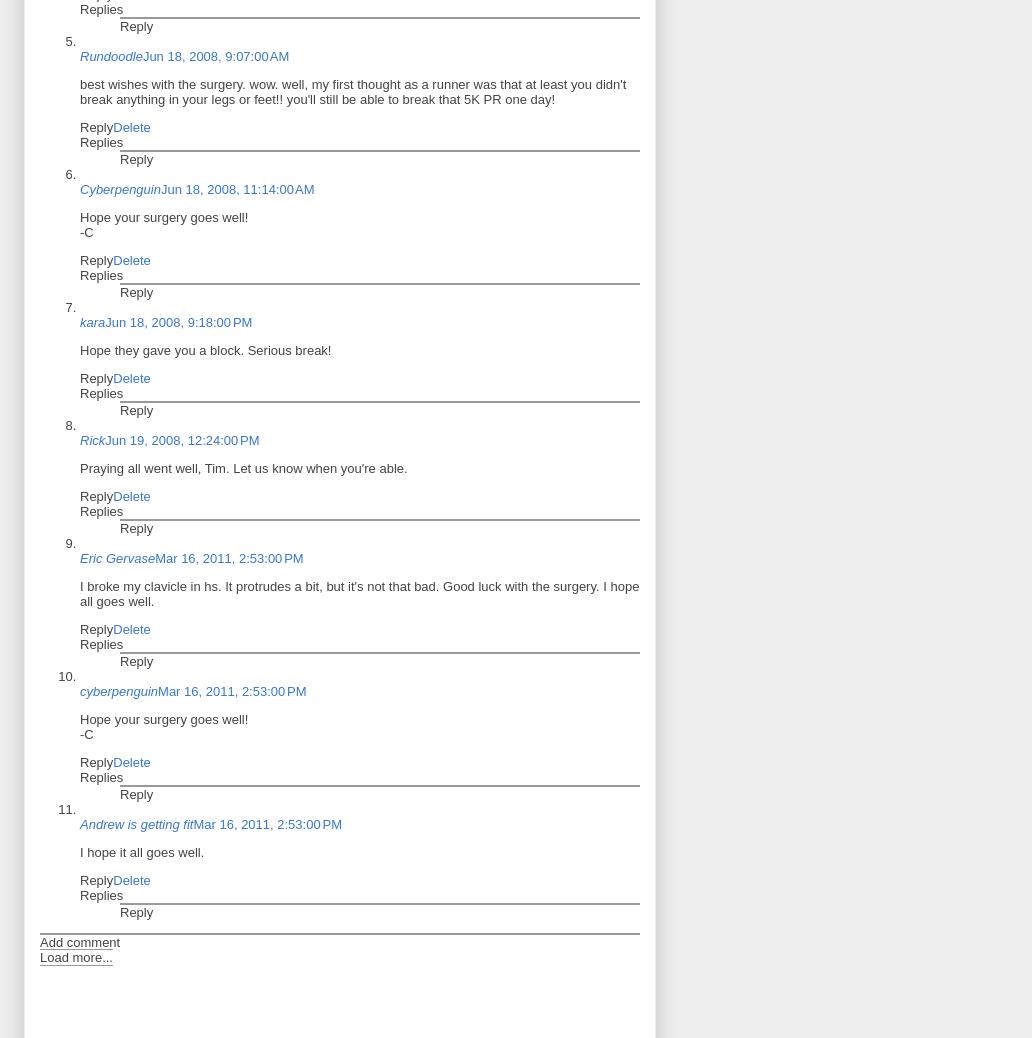 The height and width of the screenshot is (1038, 1032). Describe the element at coordinates (79, 941) in the screenshot. I see `'Add comment'` at that location.